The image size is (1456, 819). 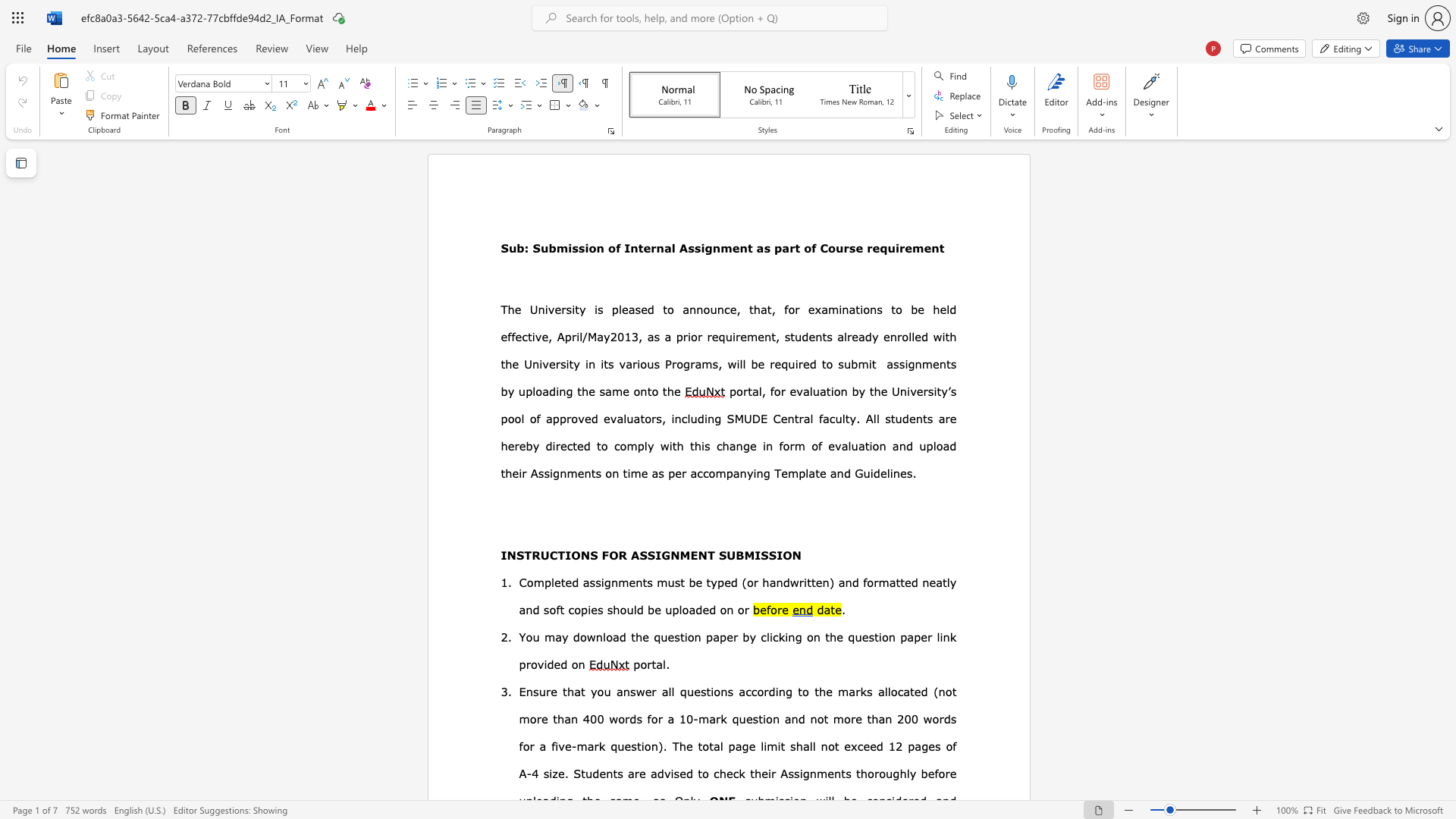 I want to click on the subset text "mit sh" within the text "al page limit shall not exceed 12", so click(x=767, y=745).